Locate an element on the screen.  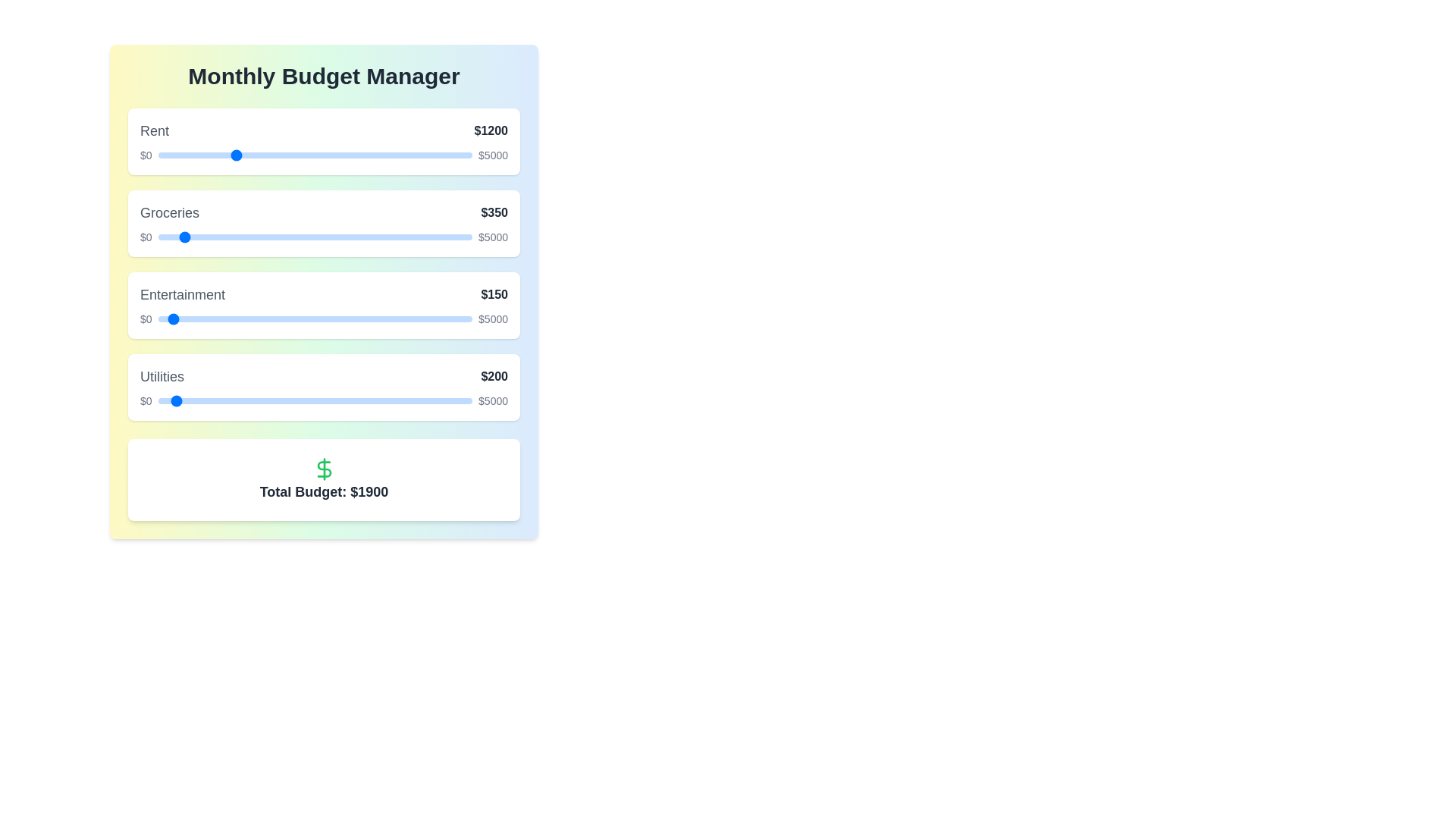
groceries budget is located at coordinates (399, 237).